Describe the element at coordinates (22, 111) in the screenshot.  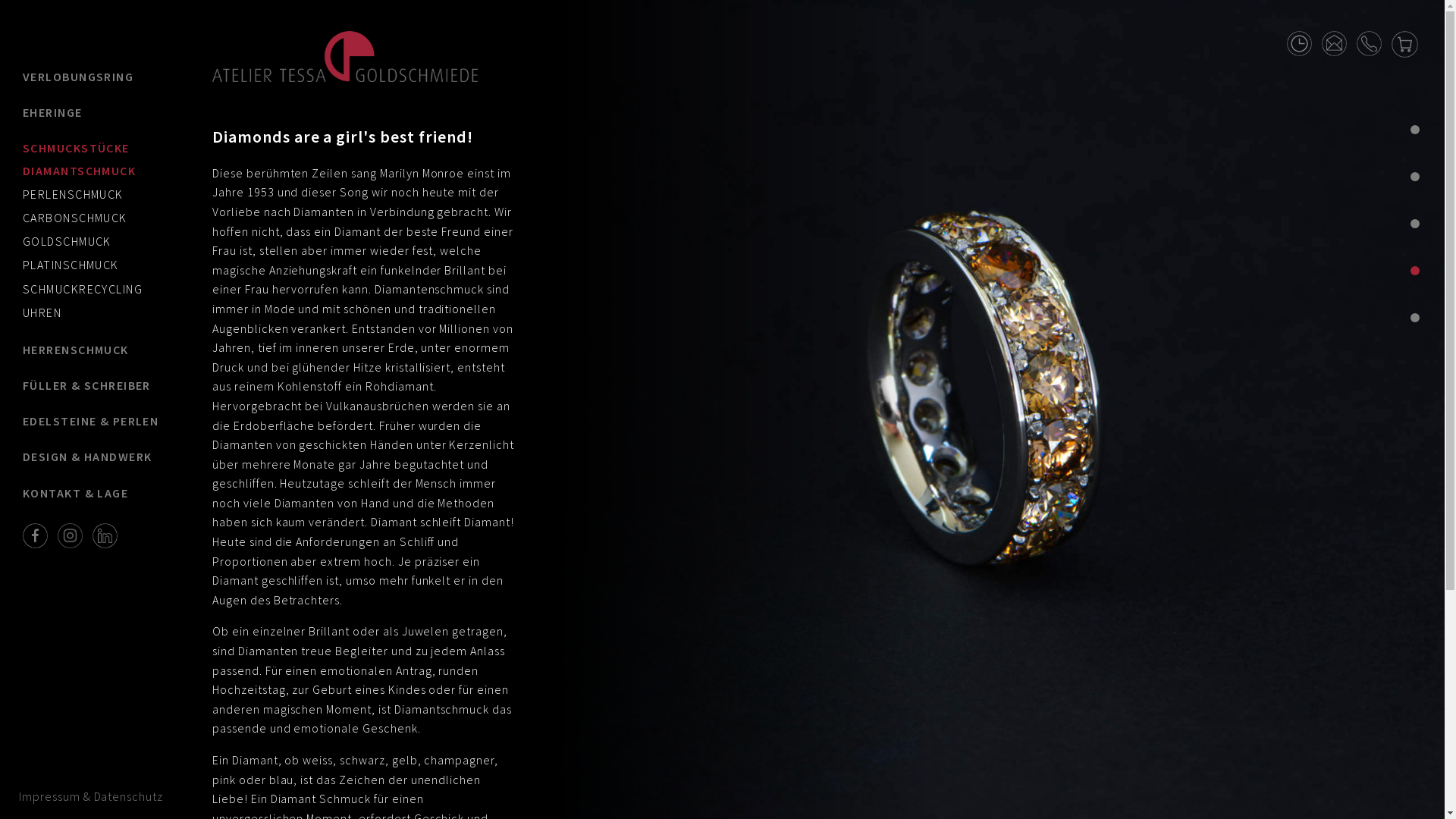
I see `'EHERINGE'` at that location.